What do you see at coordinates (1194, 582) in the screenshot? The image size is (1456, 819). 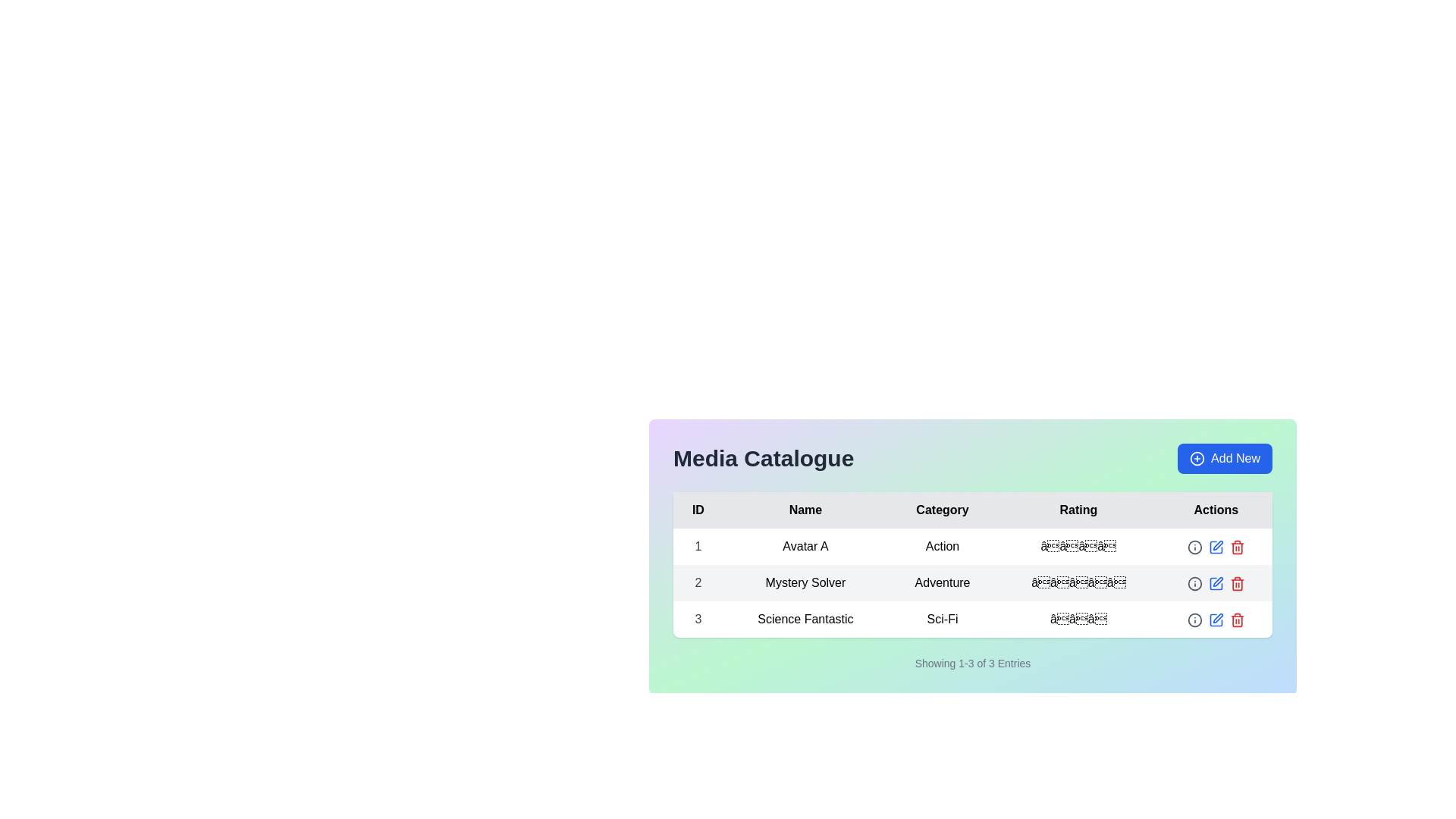 I see `the informational icon button located in the 'Actions' column of the 'Mystery Solver' entry in the 'Adventure' category` at bounding box center [1194, 582].